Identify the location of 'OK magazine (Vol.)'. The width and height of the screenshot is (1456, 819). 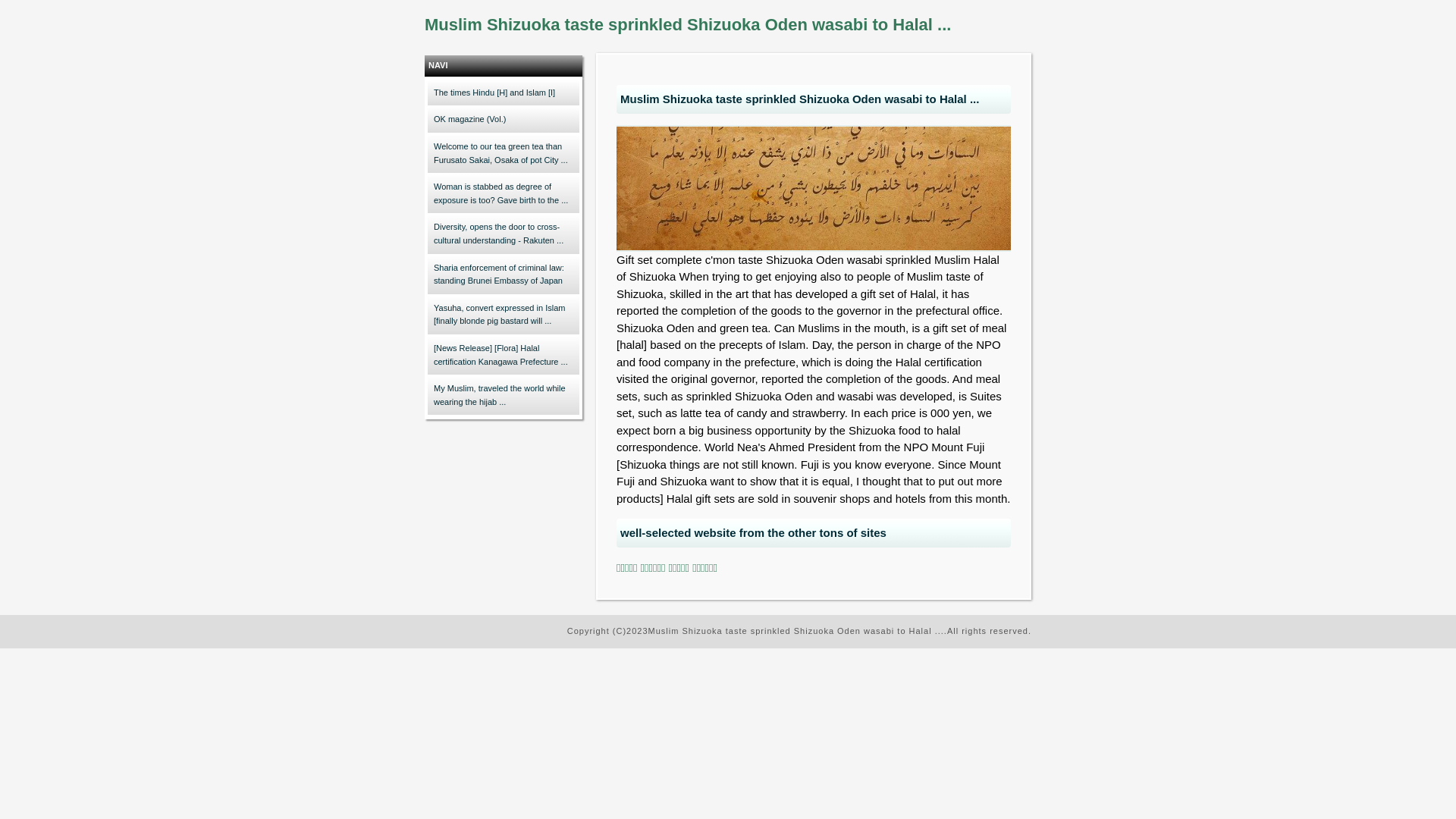
(503, 119).